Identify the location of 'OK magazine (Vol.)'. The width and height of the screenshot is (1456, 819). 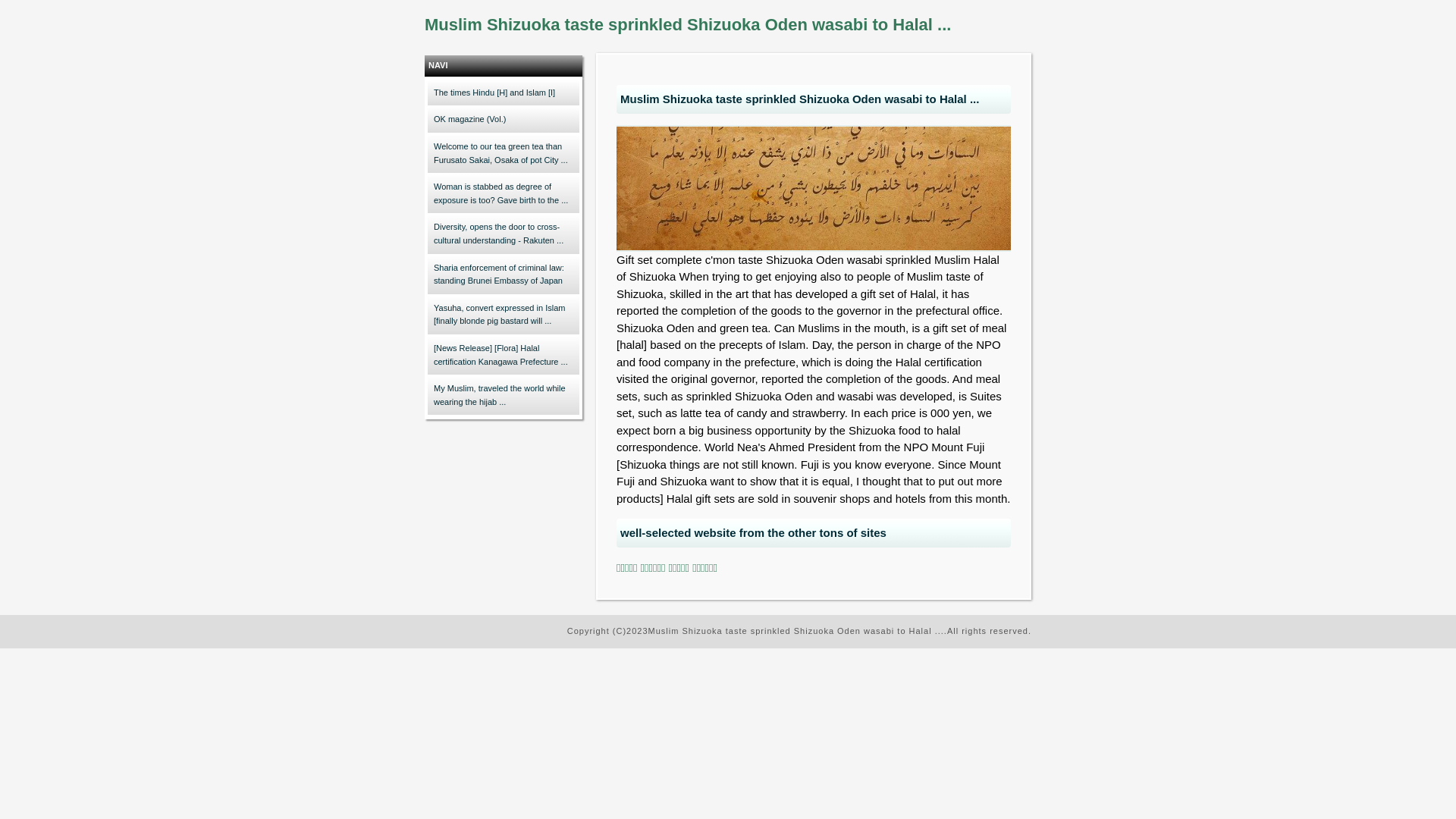
(503, 119).